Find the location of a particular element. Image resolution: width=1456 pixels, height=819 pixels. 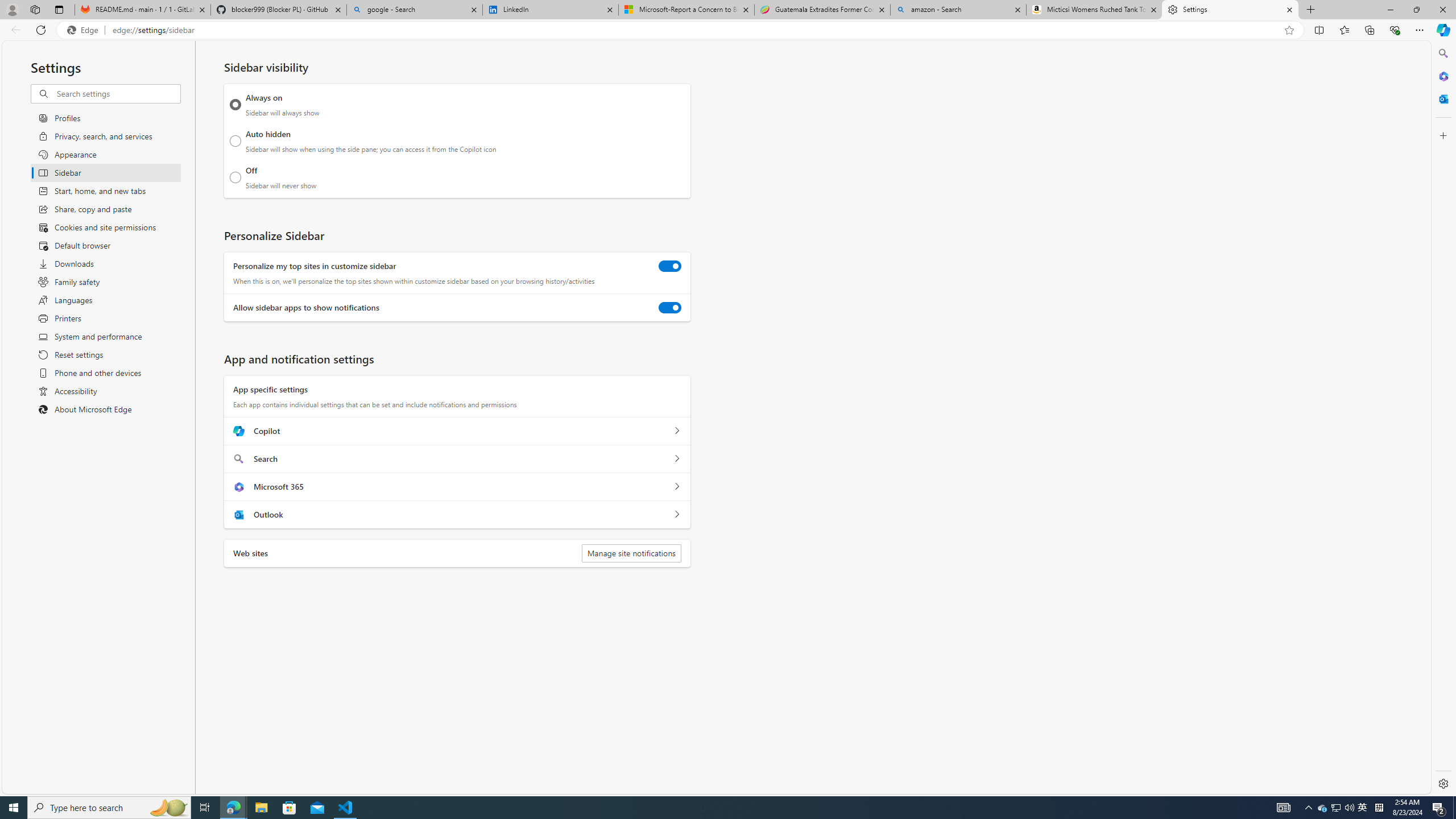

'LinkedIn' is located at coordinates (549, 9).